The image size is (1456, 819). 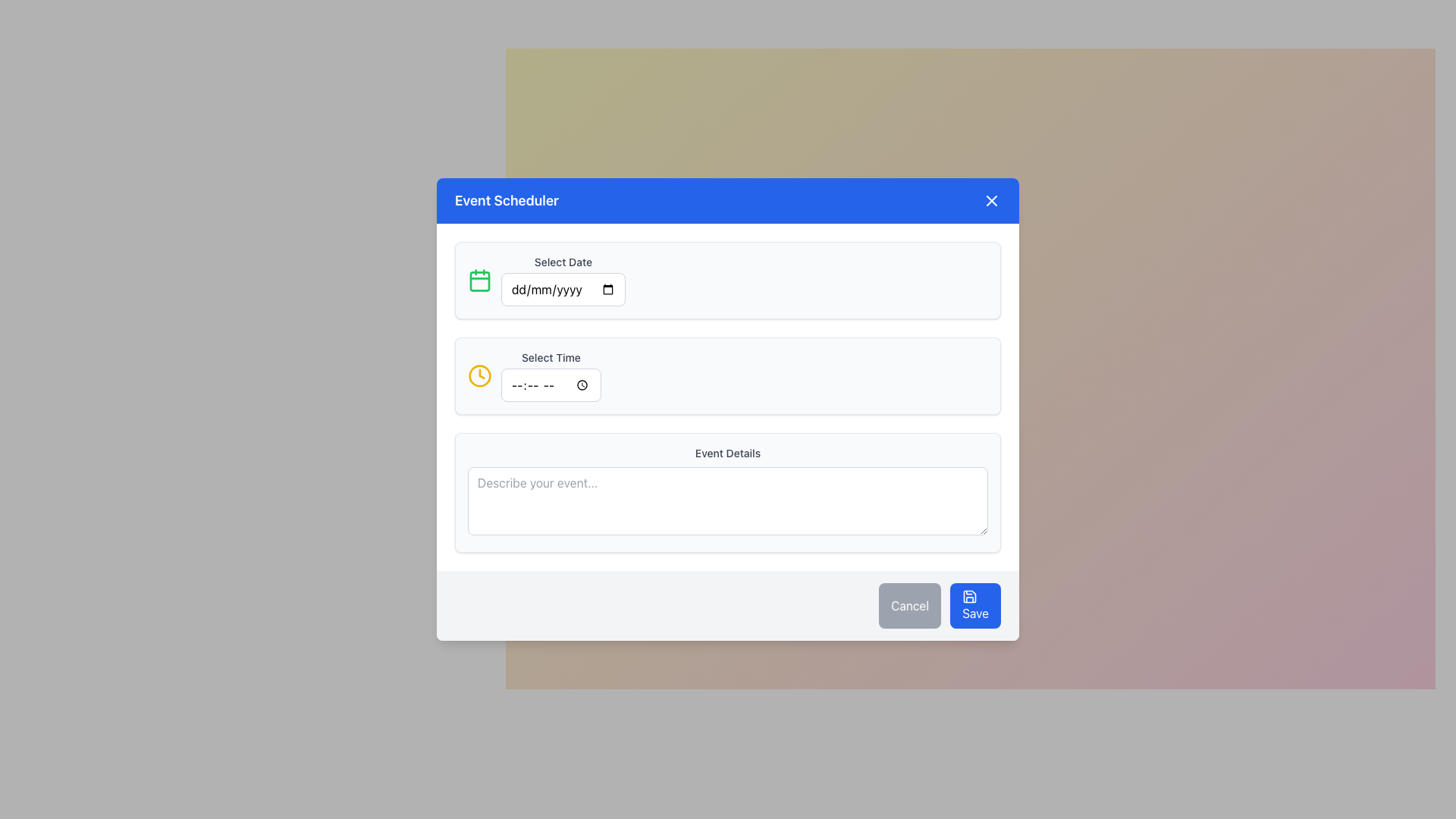 What do you see at coordinates (479, 281) in the screenshot?
I see `the date selection icon located at the top left of the 'Select Date' field group, which is positioned to the left of the 'dd/mm/yyyy' text input box` at bounding box center [479, 281].